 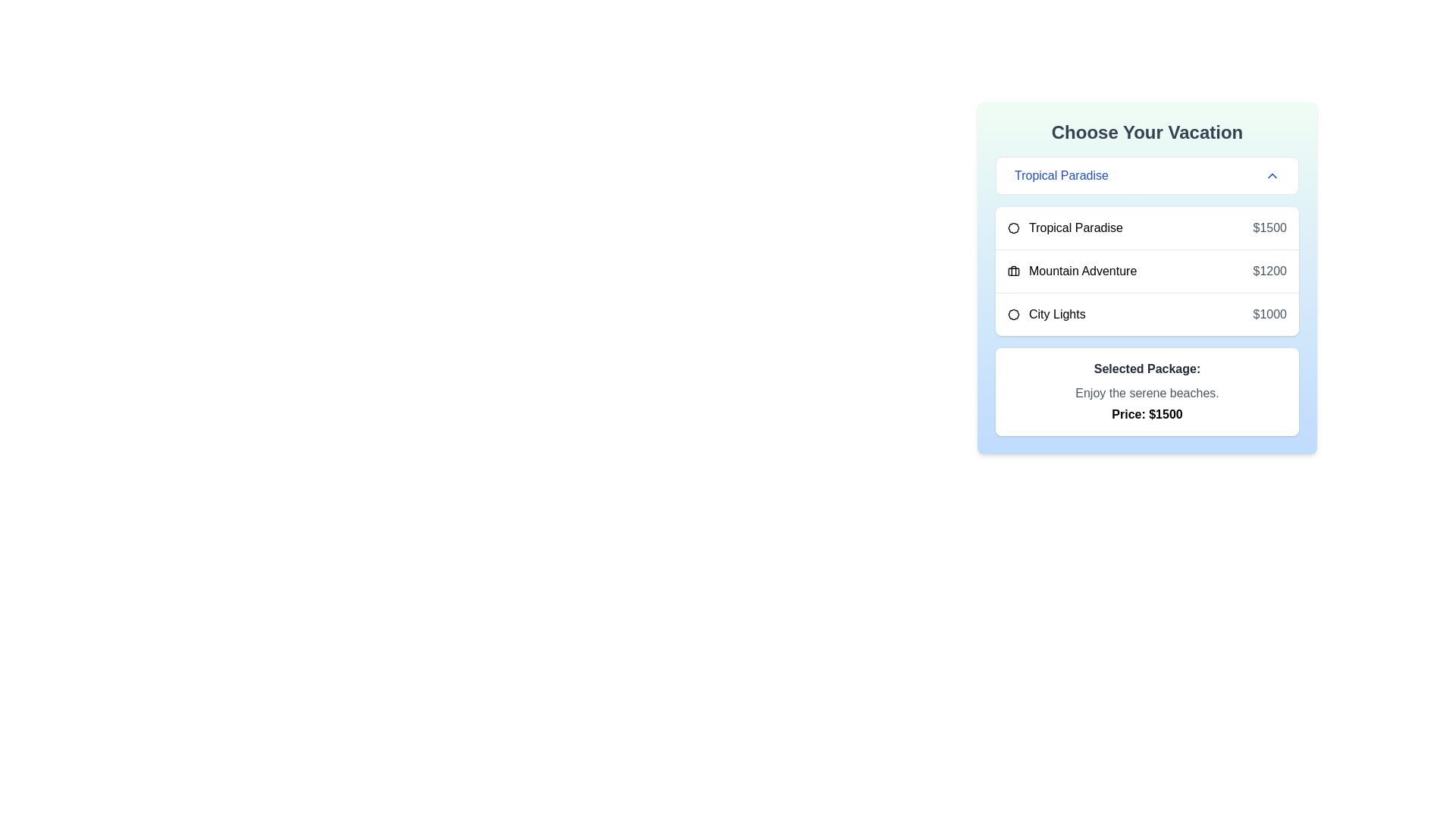 What do you see at coordinates (1014, 271) in the screenshot?
I see `the second icon in the 'Mountain Adventure' vacation option section, which is adjacent to the label 'Mountain Adventure'` at bounding box center [1014, 271].